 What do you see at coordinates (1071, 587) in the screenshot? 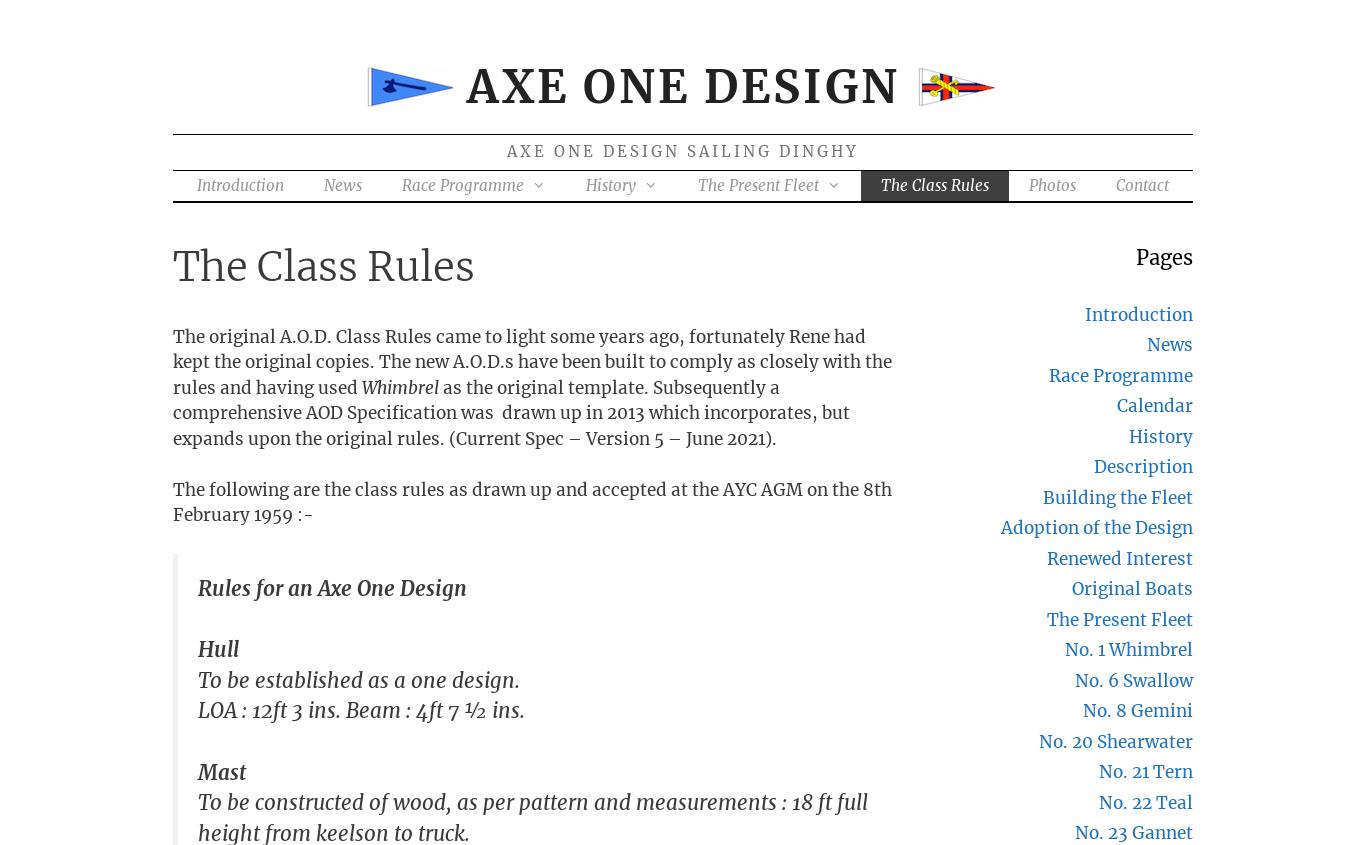
I see `'Original Boats'` at bounding box center [1071, 587].